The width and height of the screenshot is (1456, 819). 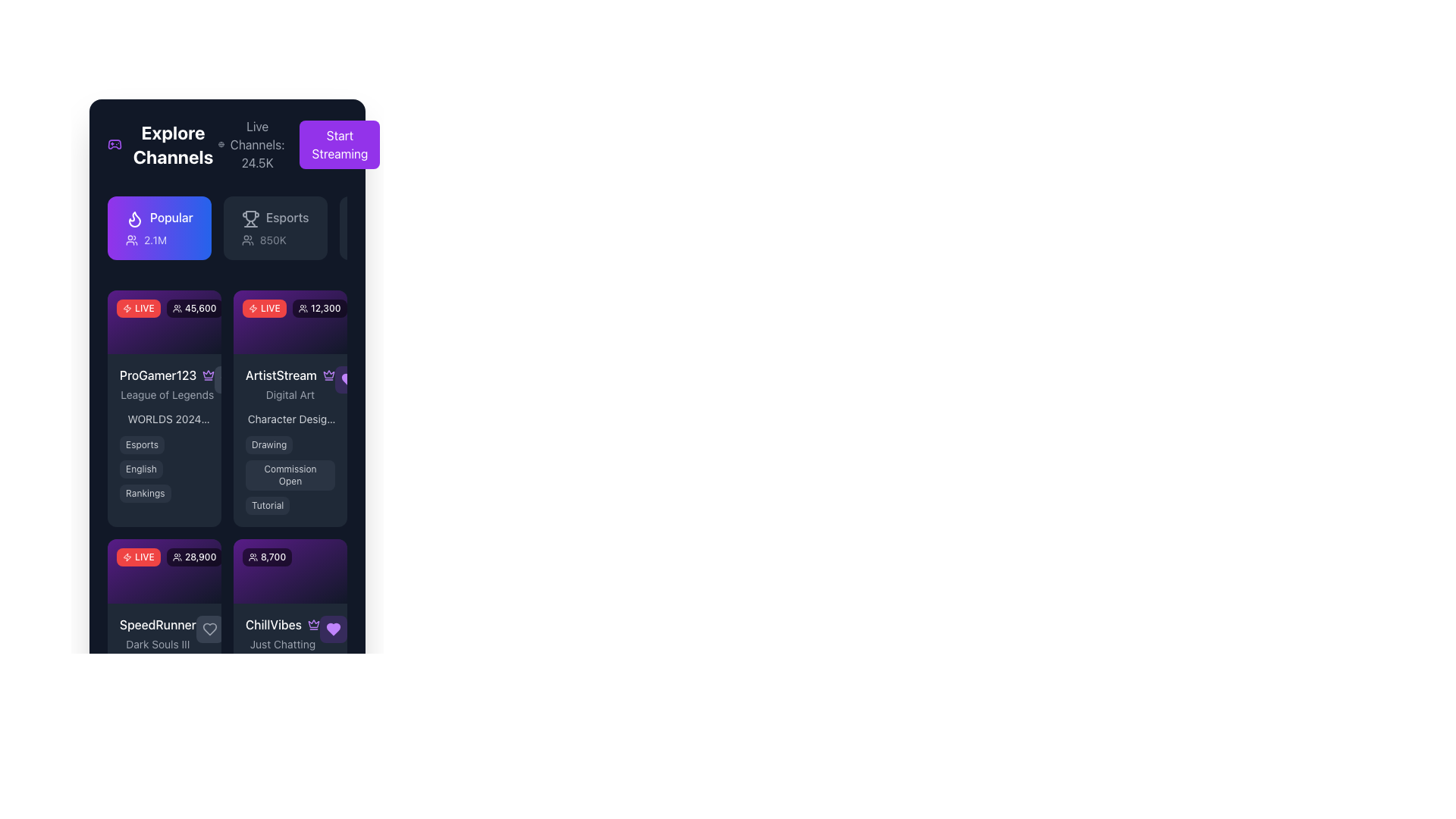 I want to click on the static text label displaying the total number of users or viewers related to the 'Popular' category, which is located at the bottom of the 'Popular' button, aligned to the left side below the flame icon, so click(x=159, y=239).